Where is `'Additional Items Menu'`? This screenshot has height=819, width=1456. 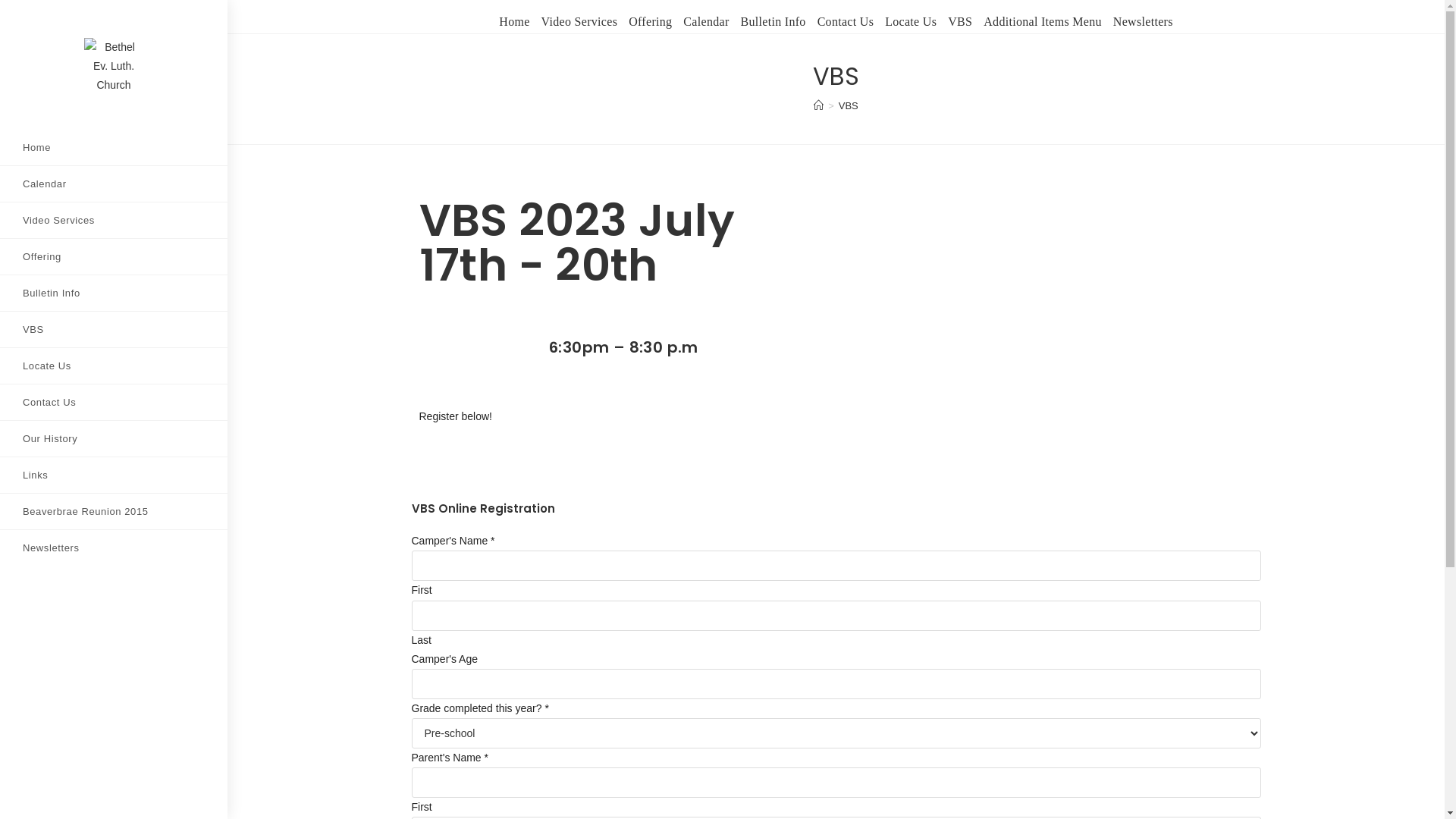
'Additional Items Menu' is located at coordinates (1041, 22).